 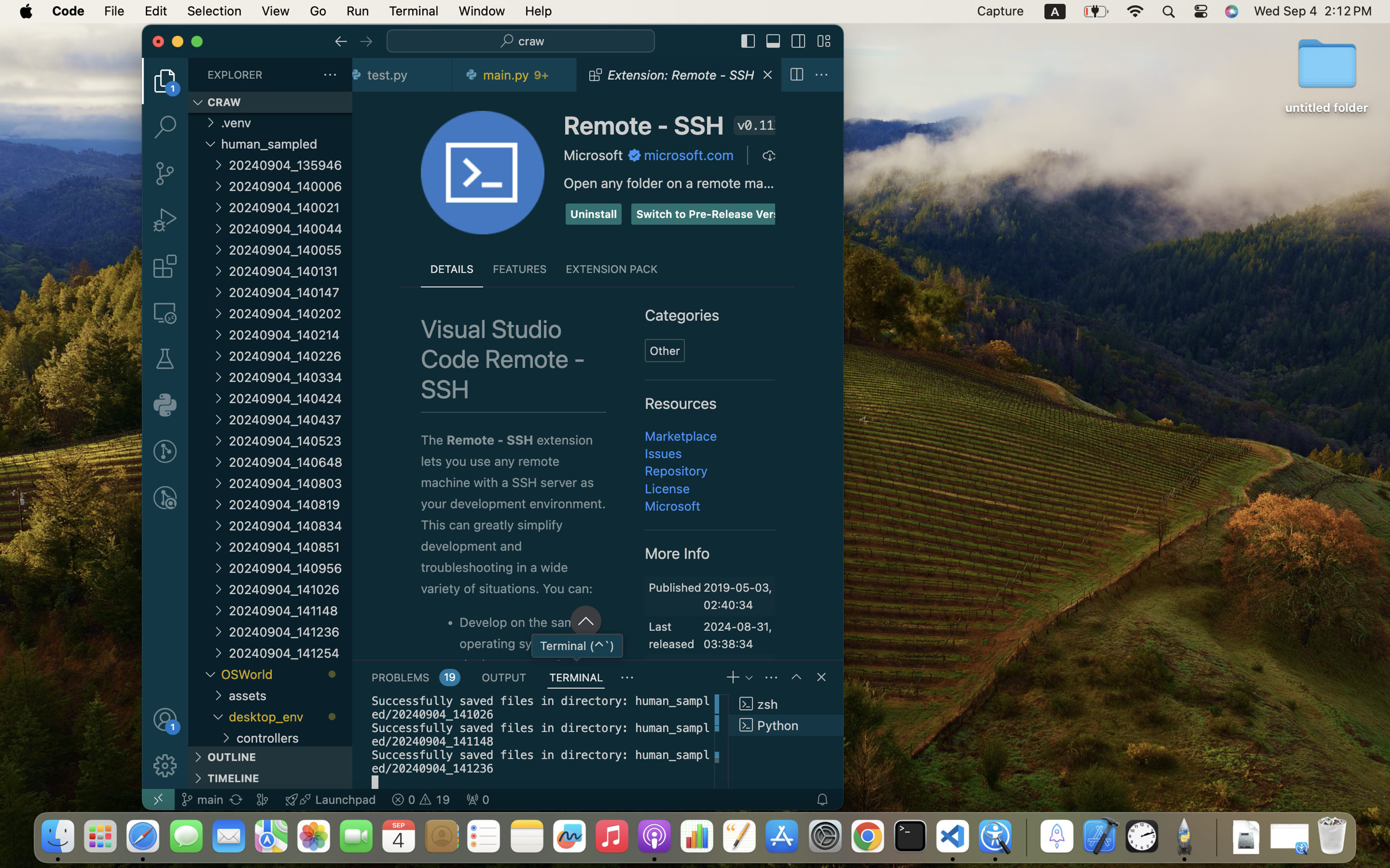 What do you see at coordinates (678, 74) in the screenshot?
I see `'1 Extension: Remote - SSH  '` at bounding box center [678, 74].